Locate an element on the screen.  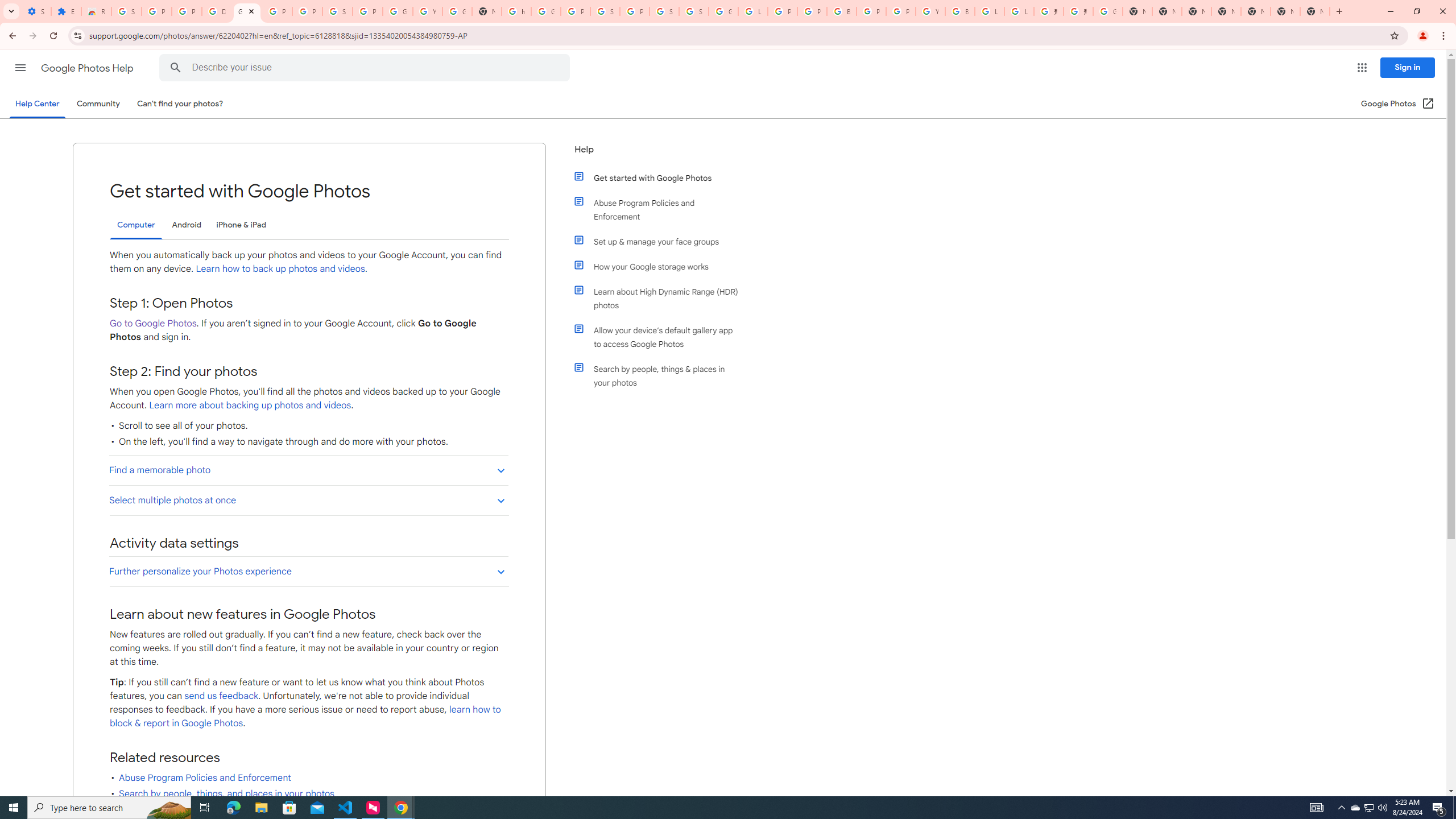
'https://scholar.google.com/' is located at coordinates (515, 11).